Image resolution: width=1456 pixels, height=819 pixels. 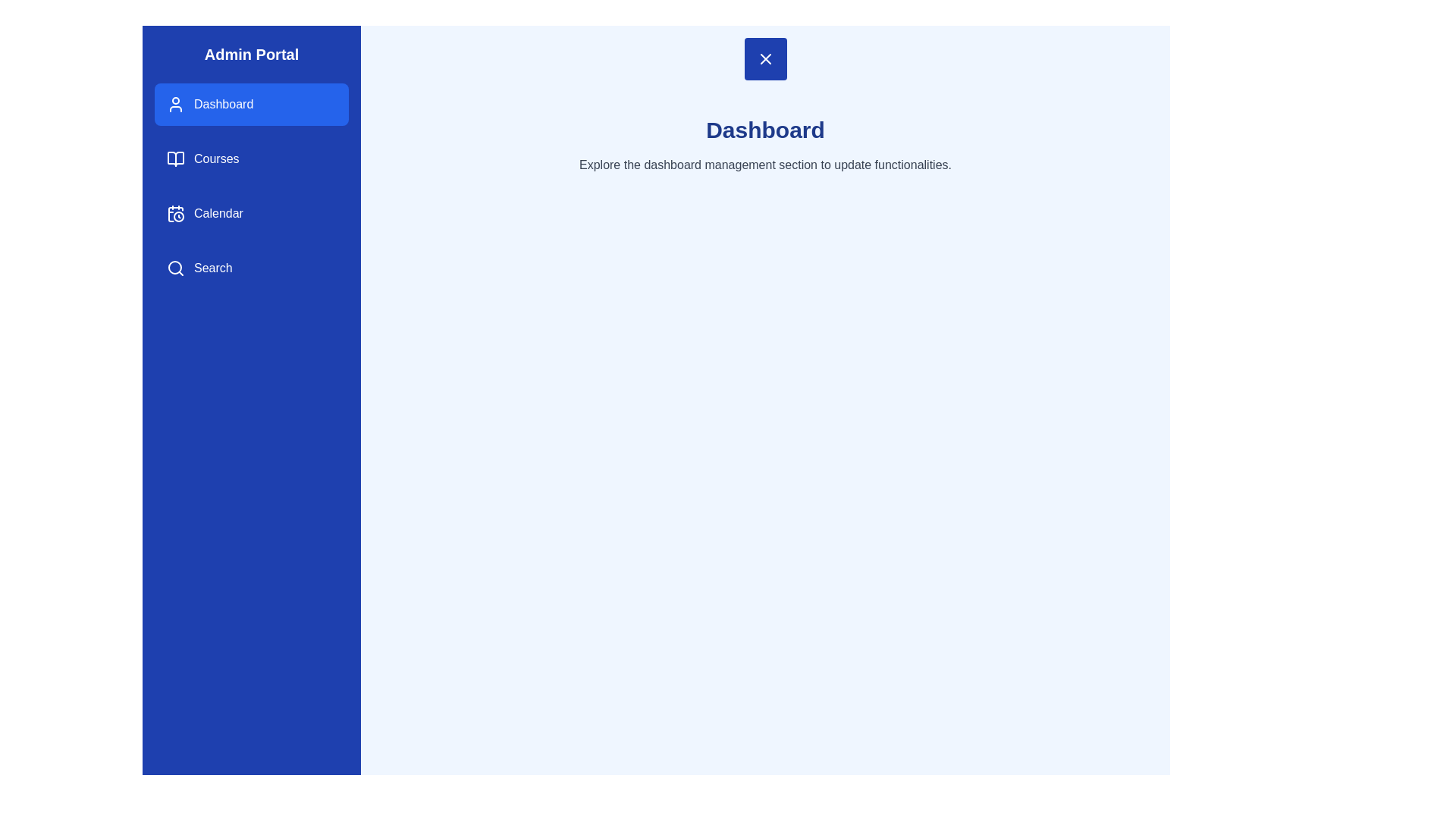 I want to click on toggle button in the top section of the main area to open or close the side drawer menu, so click(x=765, y=58).